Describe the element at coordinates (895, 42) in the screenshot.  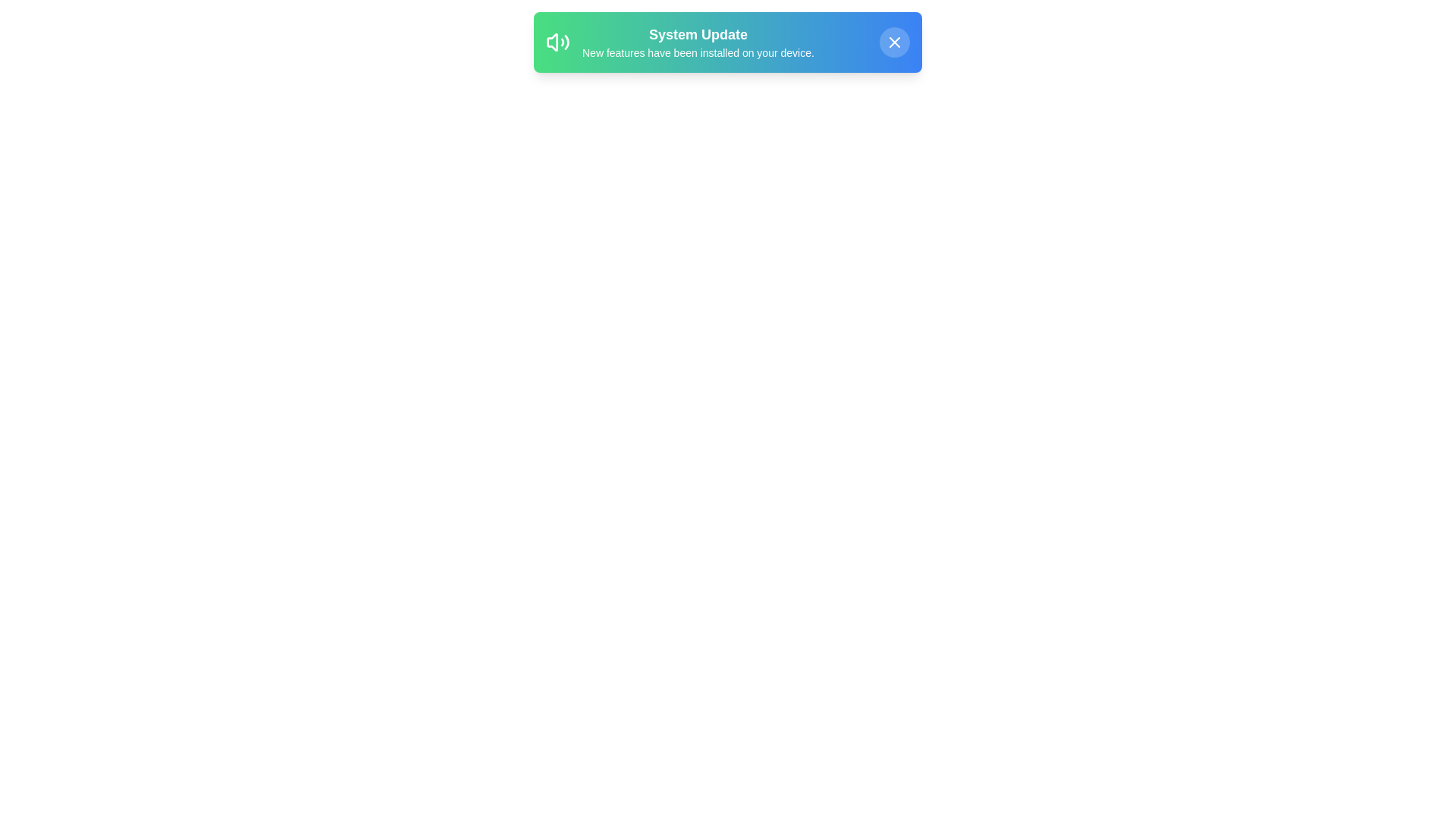
I see `the close button to dismiss the notification` at that location.